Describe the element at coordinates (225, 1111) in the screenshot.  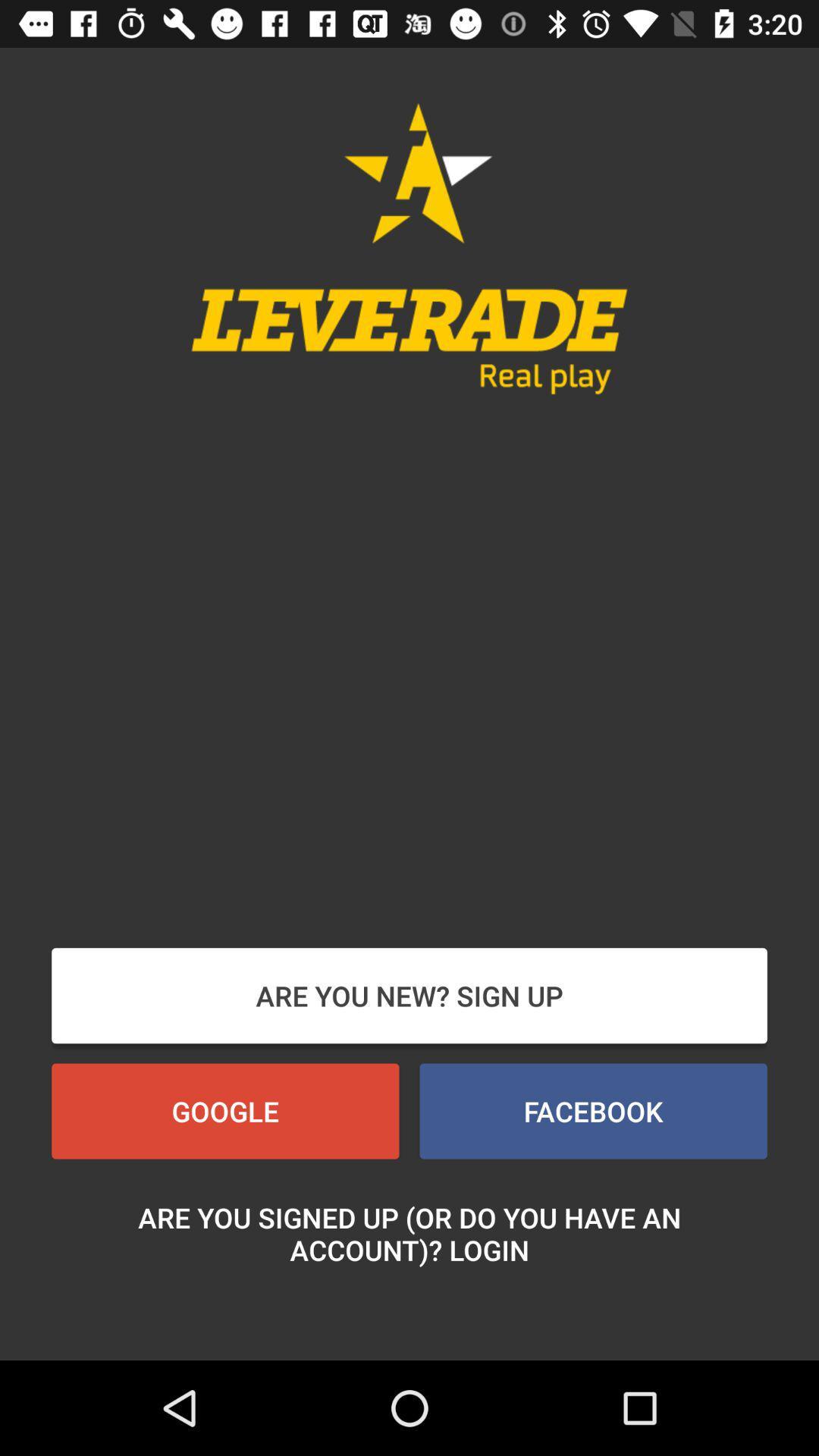
I see `the google button` at that location.